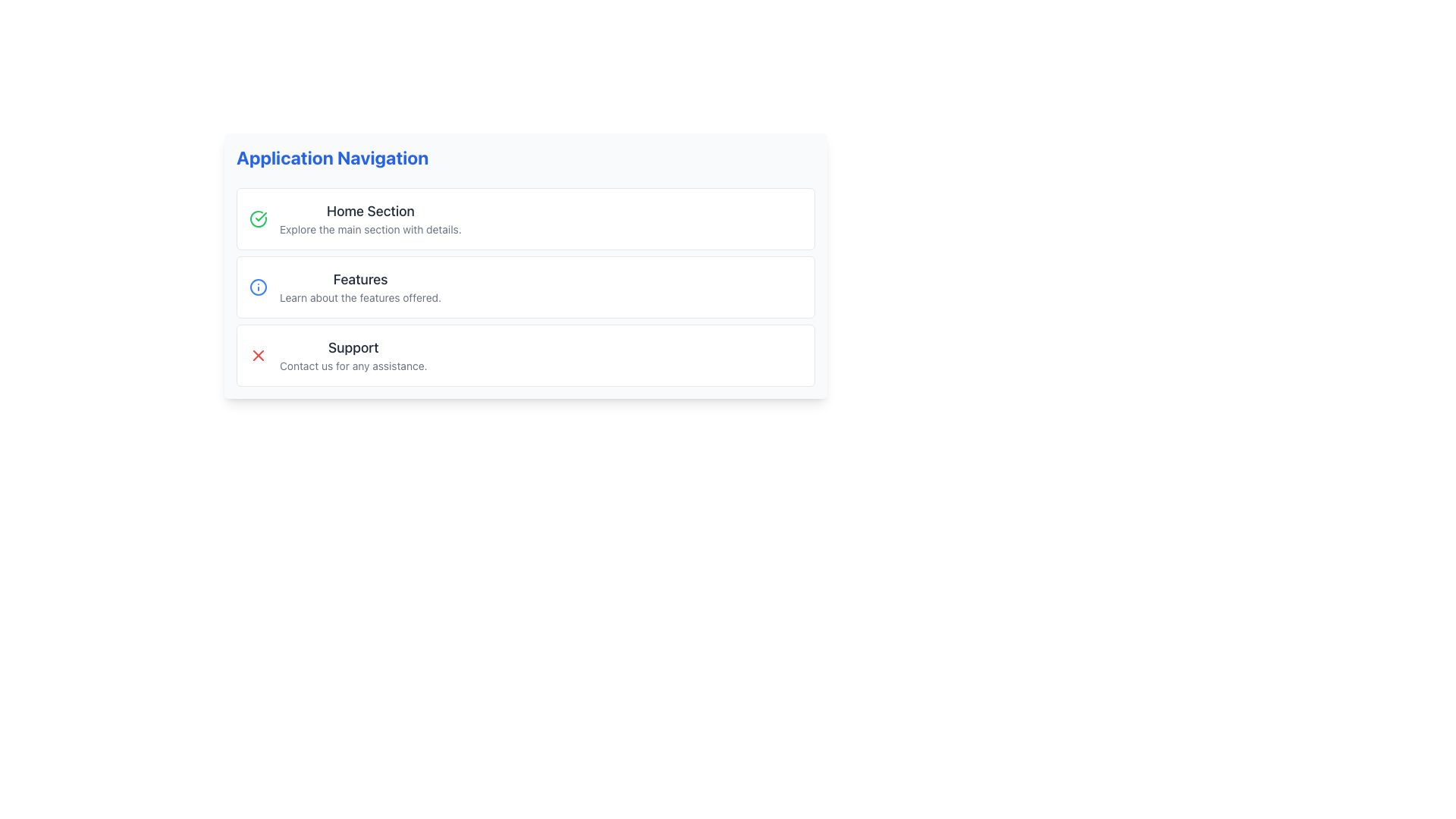  Describe the element at coordinates (261, 216) in the screenshot. I see `the green checkmark icon located in the 'Home Section' of the navigation card, positioned to the left of the 'Home Section' title` at that location.